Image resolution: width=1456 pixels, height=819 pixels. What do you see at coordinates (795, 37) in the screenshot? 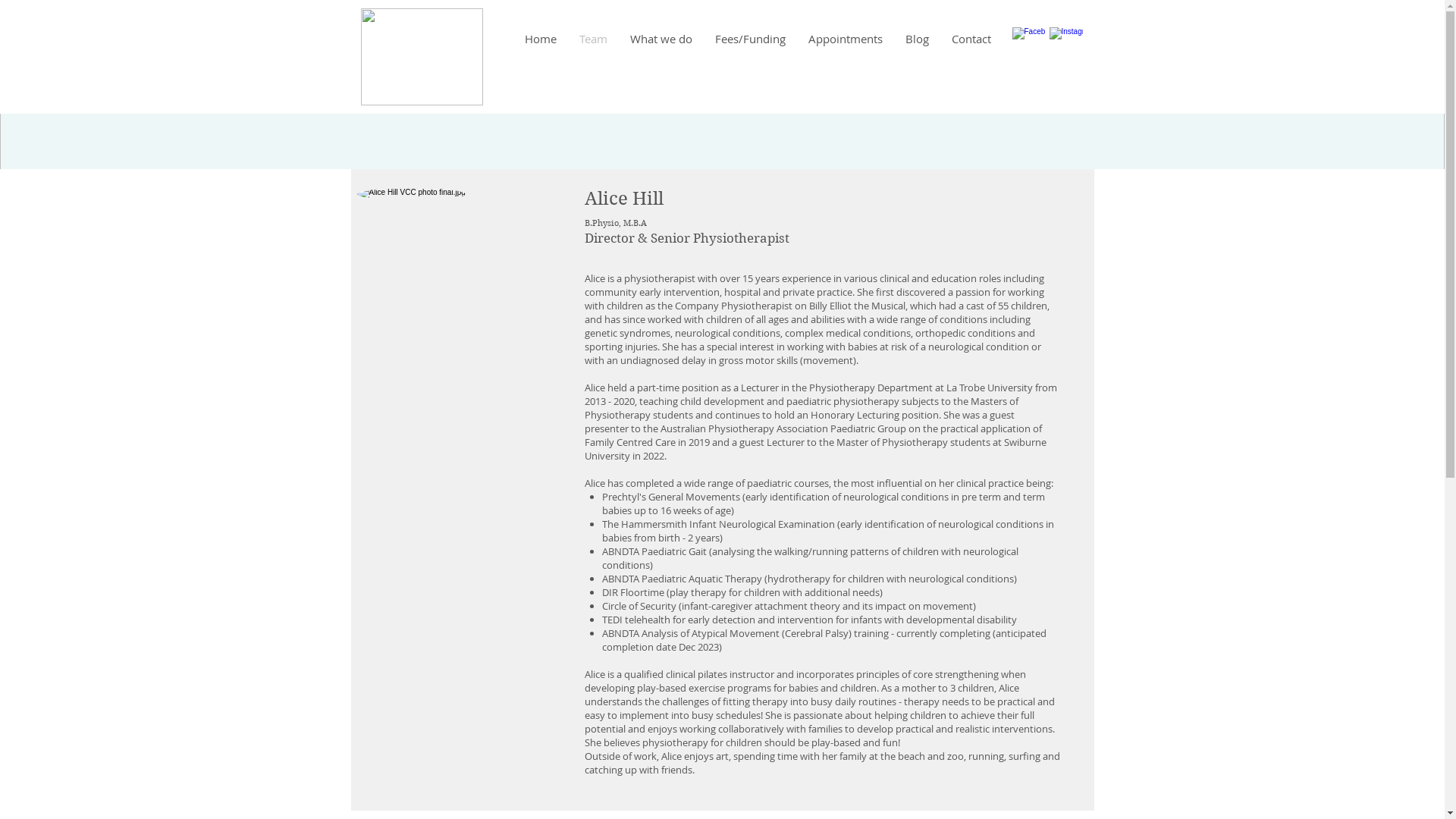
I see `'Appointments'` at bounding box center [795, 37].